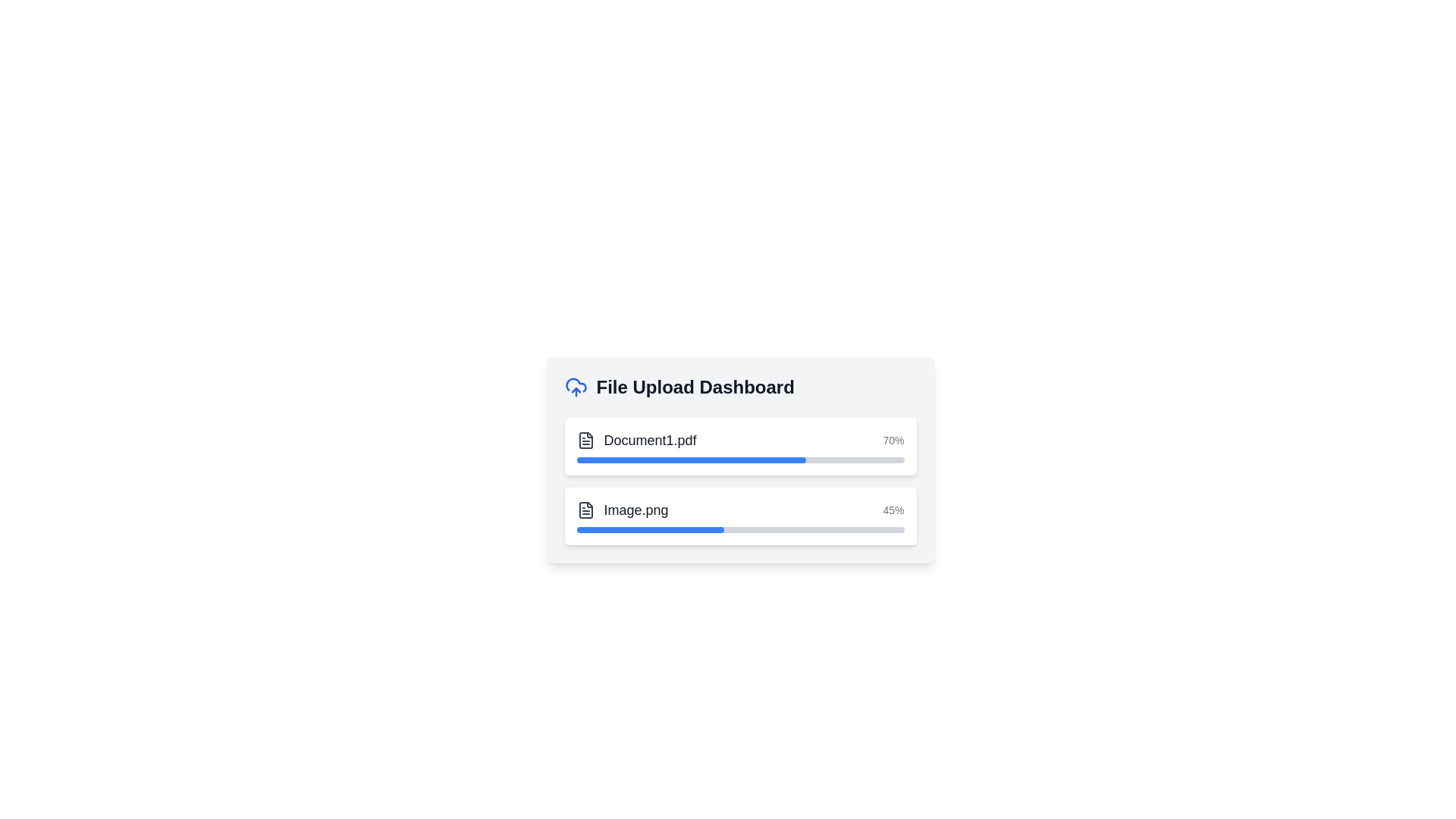  What do you see at coordinates (575, 384) in the screenshot?
I see `the cloud-shaped graphical element outlined in blue, which is part of the upload icon within the 'File Upload Dashboard' section` at bounding box center [575, 384].